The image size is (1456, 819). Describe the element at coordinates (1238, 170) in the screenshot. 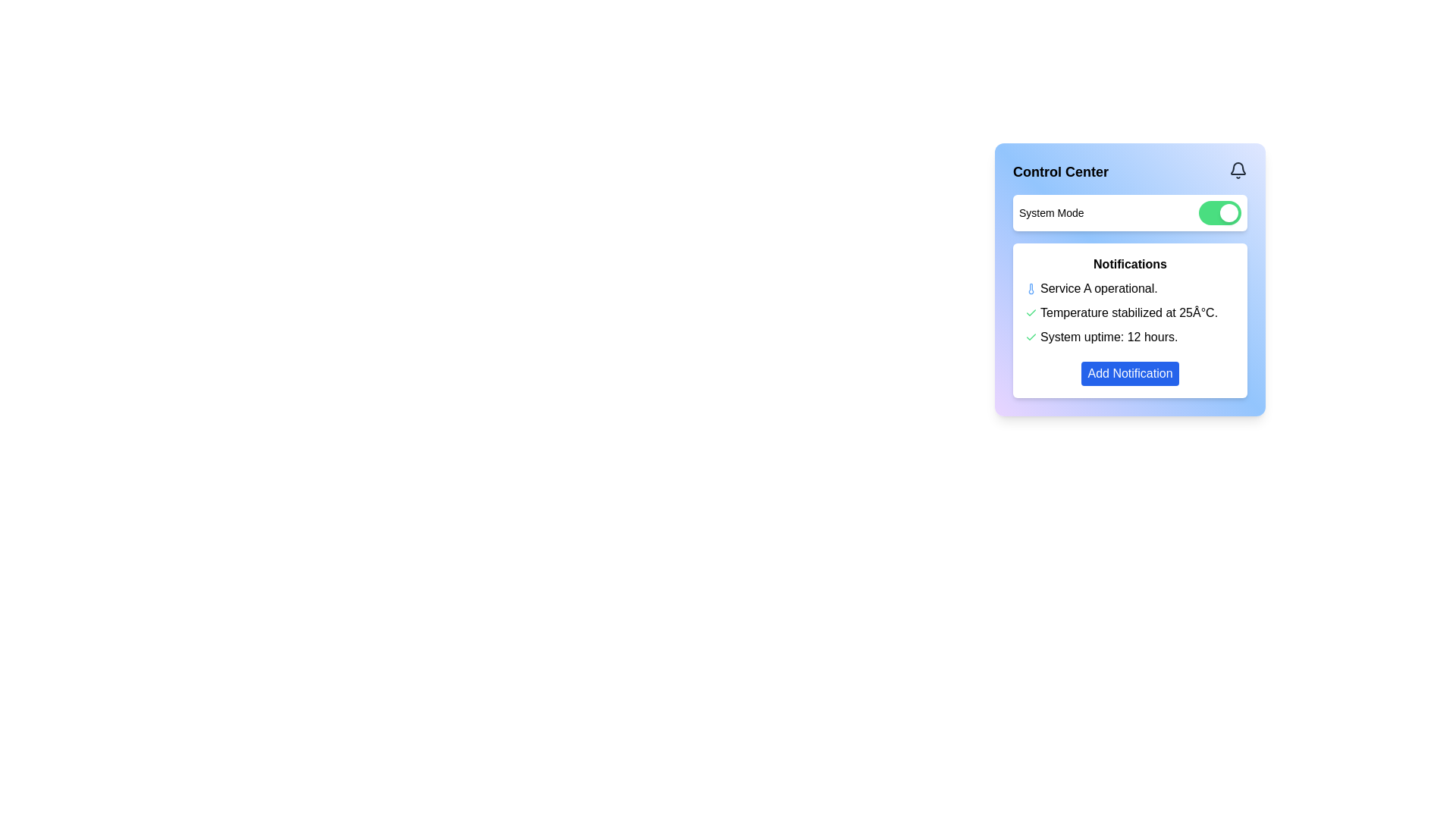

I see `the notification bell icon located at the top-right corner of the 'Control Center' header section` at that location.